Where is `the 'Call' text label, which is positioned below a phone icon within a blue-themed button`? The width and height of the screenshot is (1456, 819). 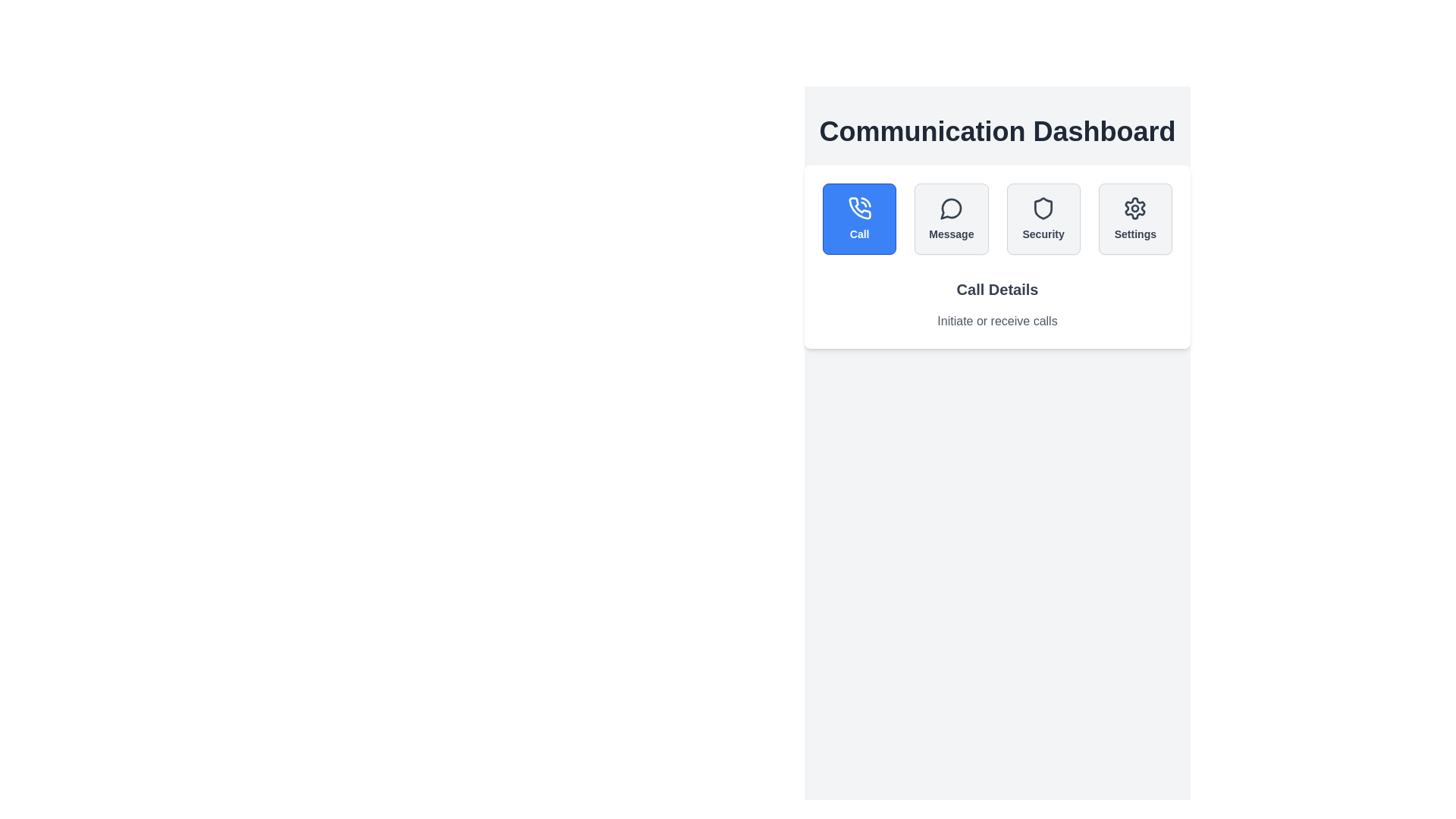 the 'Call' text label, which is positioned below a phone icon within a blue-themed button is located at coordinates (859, 234).